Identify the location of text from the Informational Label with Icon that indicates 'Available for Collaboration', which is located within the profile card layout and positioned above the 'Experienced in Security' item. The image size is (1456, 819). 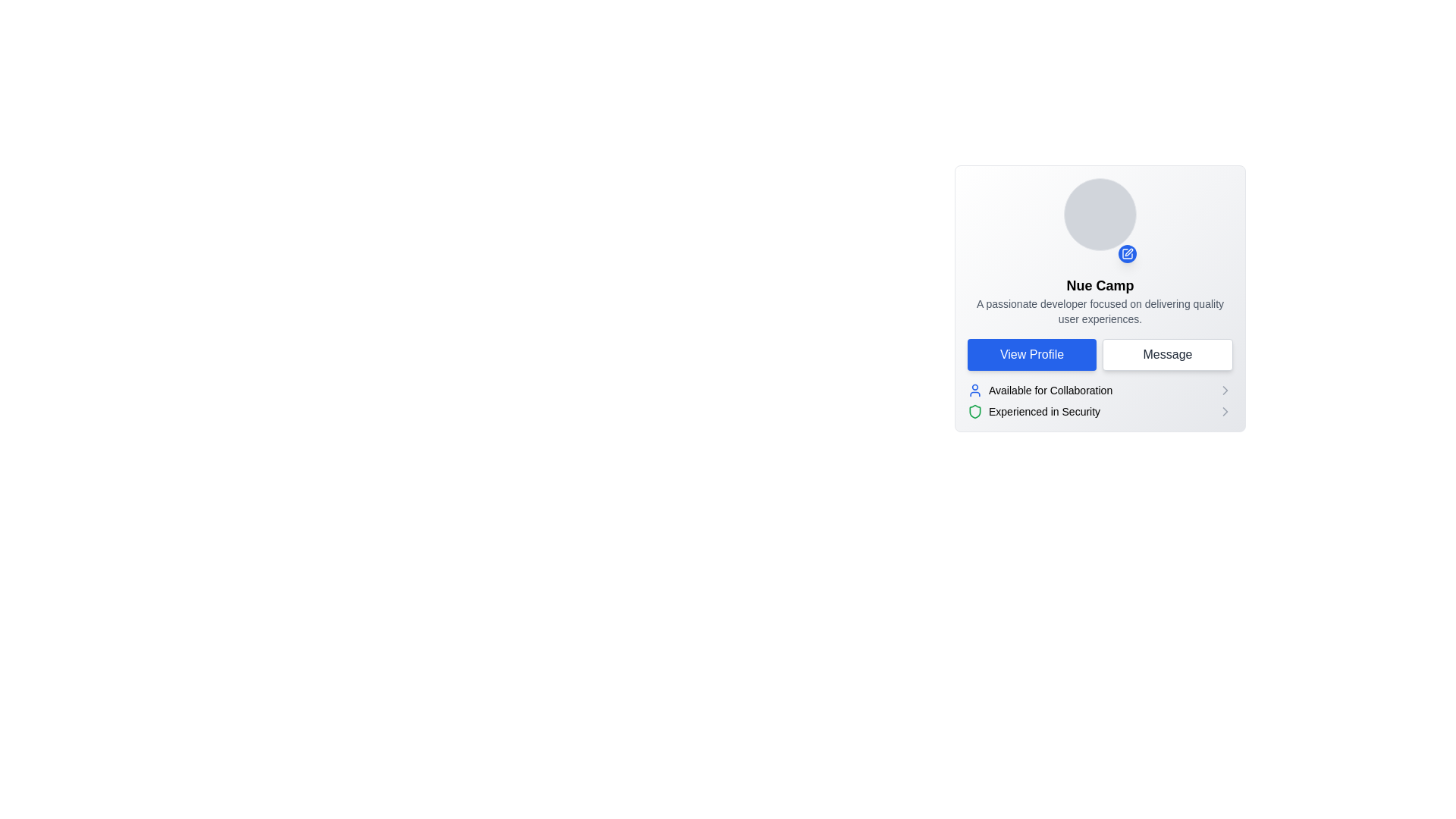
(1100, 390).